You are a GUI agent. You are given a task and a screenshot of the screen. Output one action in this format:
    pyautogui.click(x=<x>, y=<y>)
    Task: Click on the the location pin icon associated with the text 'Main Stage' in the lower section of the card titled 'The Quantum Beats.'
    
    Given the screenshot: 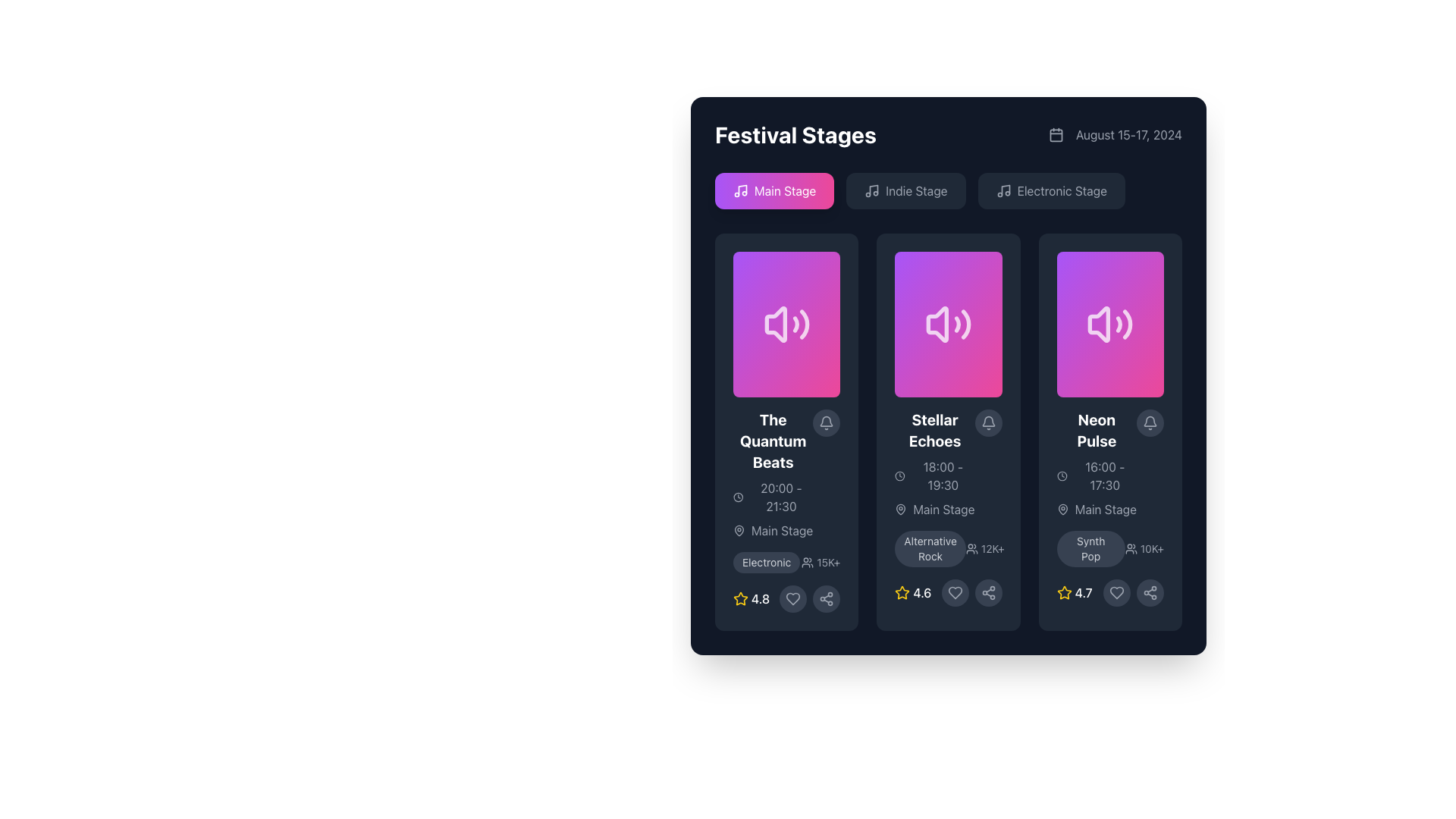 What is the action you would take?
    pyautogui.click(x=739, y=529)
    